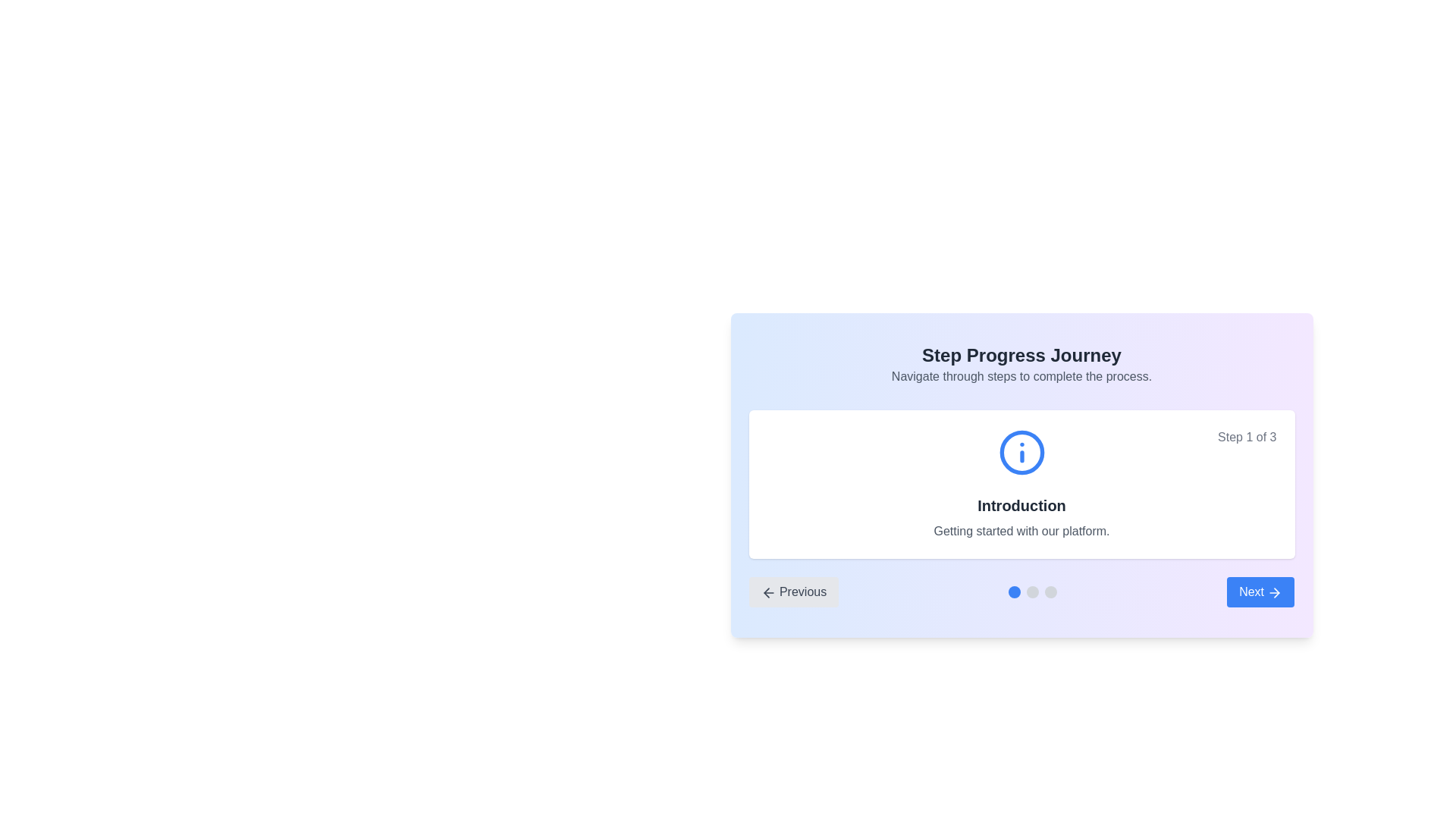 The image size is (1456, 819). Describe the element at coordinates (1032, 591) in the screenshot. I see `the second gray step progress circle located below the main content area of the panel to change the step` at that location.